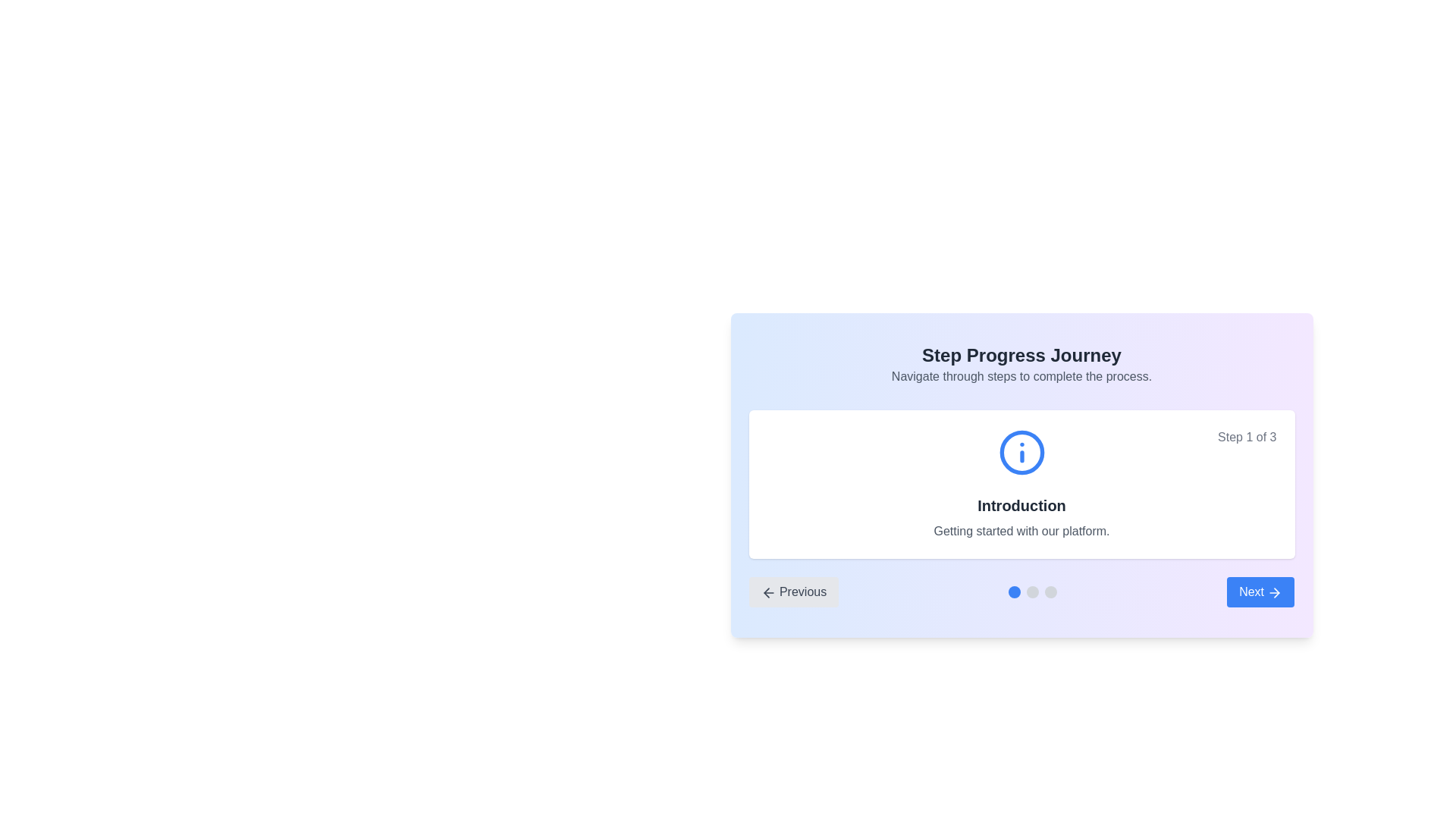 The image size is (1456, 819). Describe the element at coordinates (1032, 591) in the screenshot. I see `the second gray step progress circle located below the main content area of the panel to change the step` at that location.